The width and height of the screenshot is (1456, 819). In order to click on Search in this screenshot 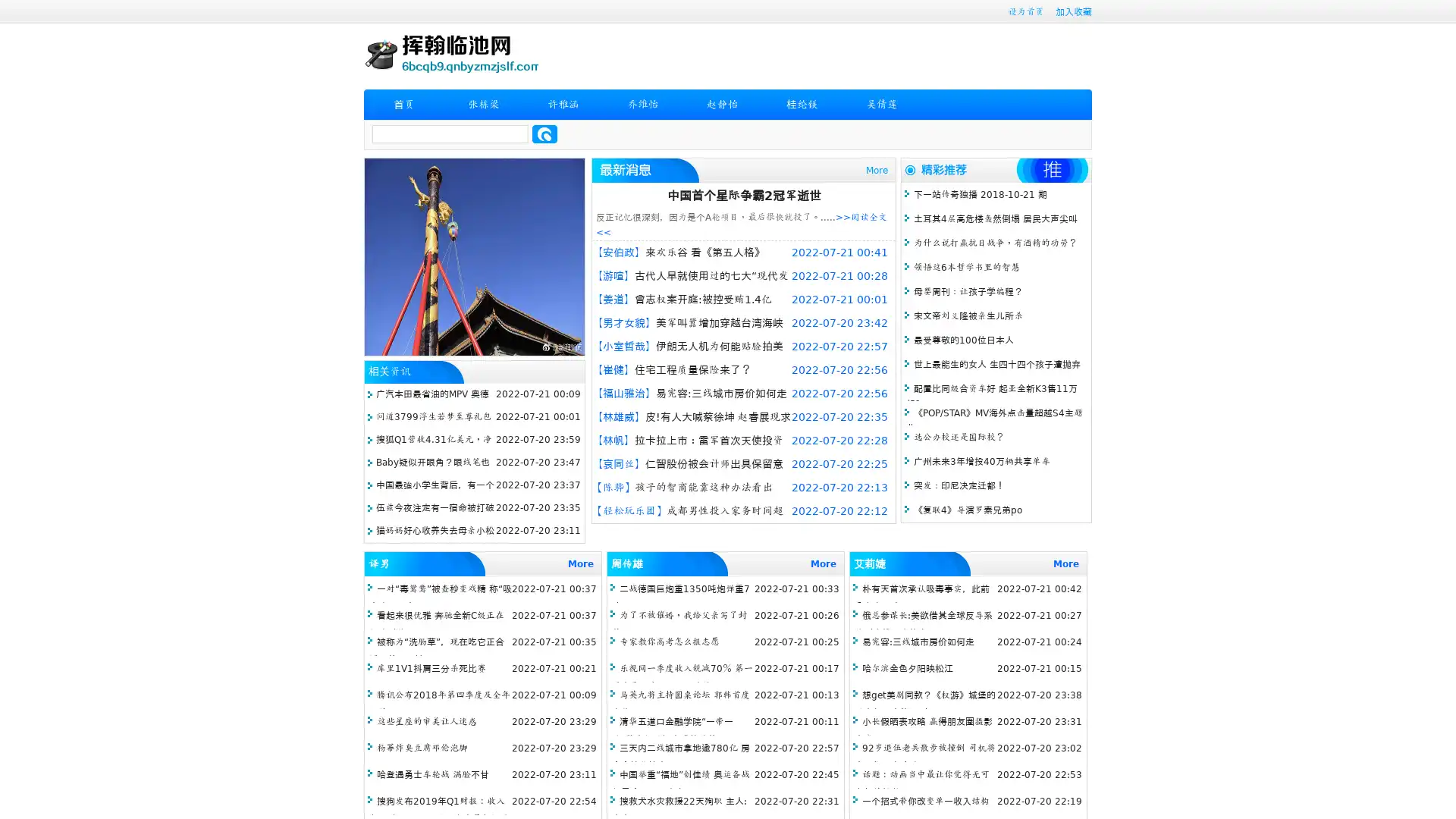, I will do `click(544, 133)`.